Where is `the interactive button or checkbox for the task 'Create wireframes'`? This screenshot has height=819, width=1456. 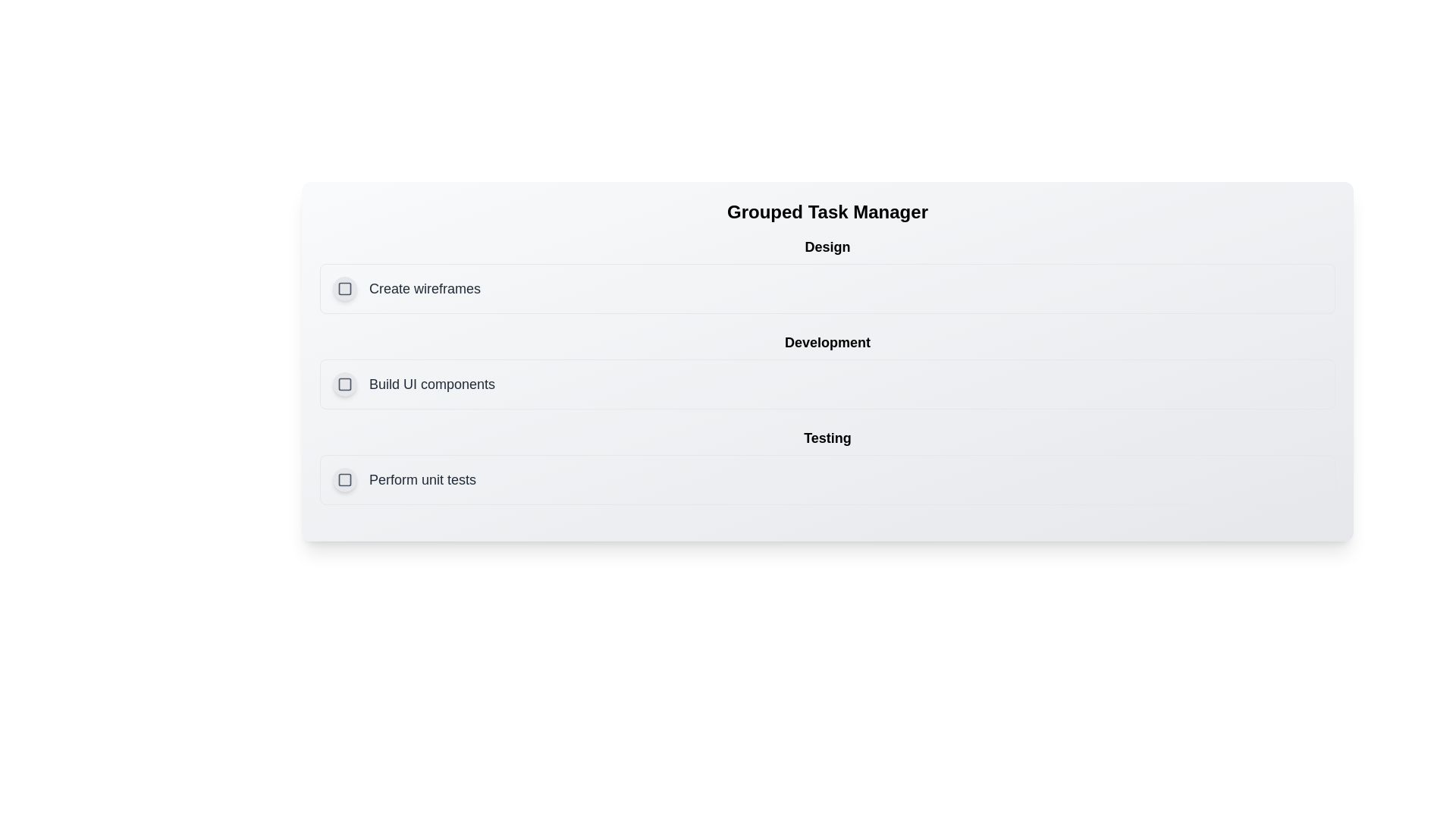 the interactive button or checkbox for the task 'Create wireframes' is located at coordinates (344, 289).